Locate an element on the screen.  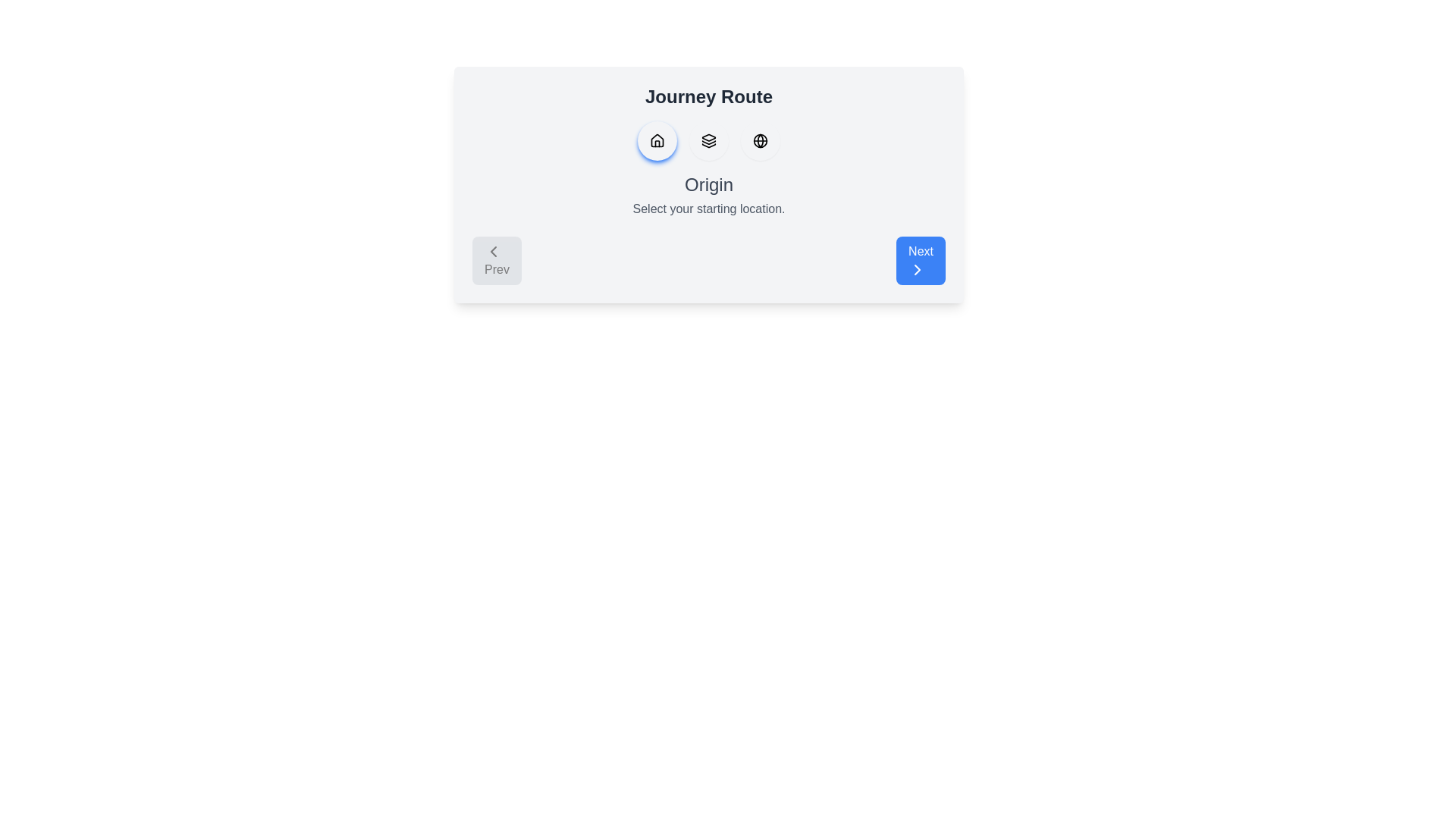
the instruction text that indicates the need for selecting a starting location for a journey, positioned directly below the 'Origin' heading is located at coordinates (708, 209).